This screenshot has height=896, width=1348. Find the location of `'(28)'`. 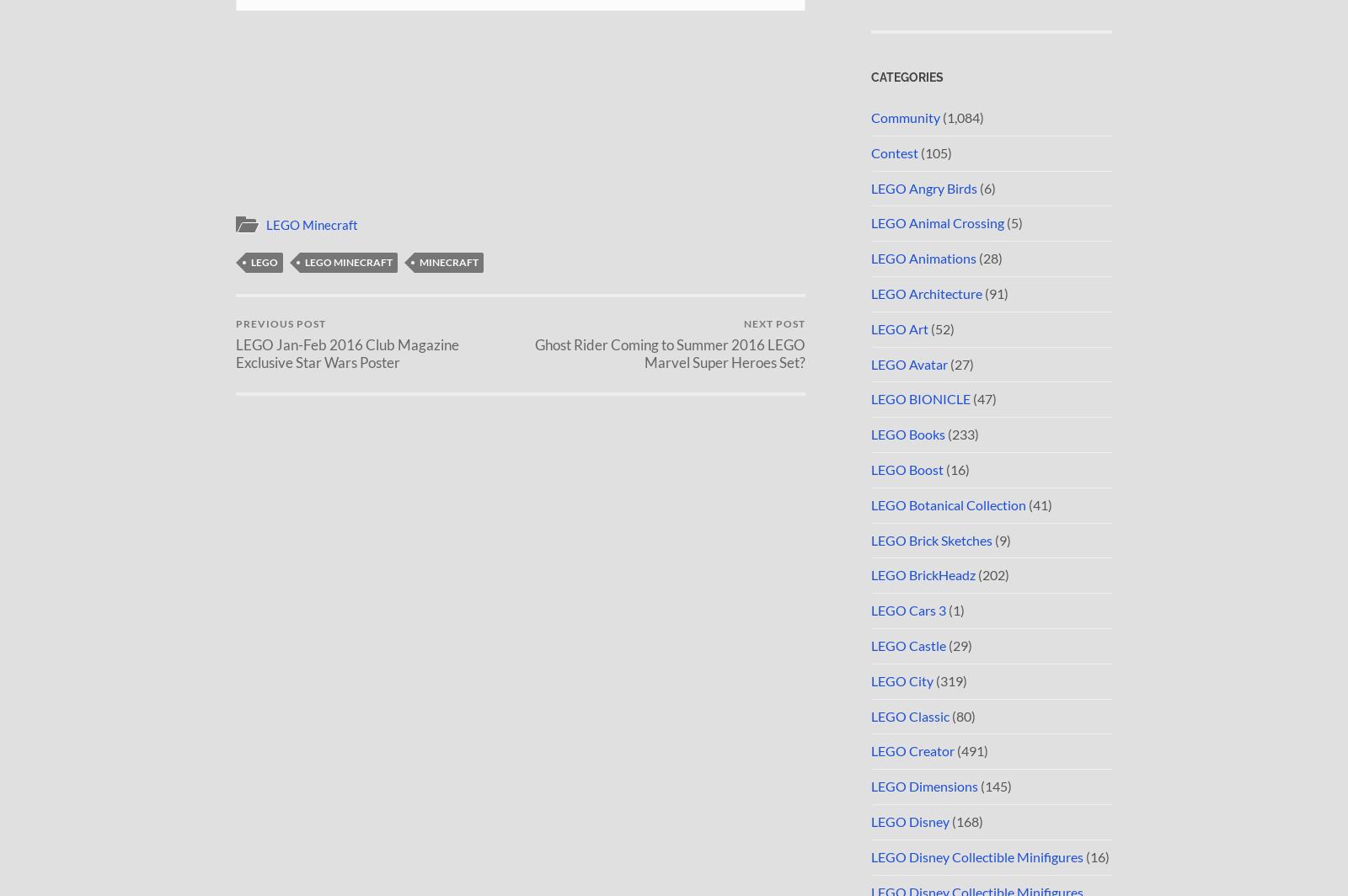

'(28)' is located at coordinates (989, 258).